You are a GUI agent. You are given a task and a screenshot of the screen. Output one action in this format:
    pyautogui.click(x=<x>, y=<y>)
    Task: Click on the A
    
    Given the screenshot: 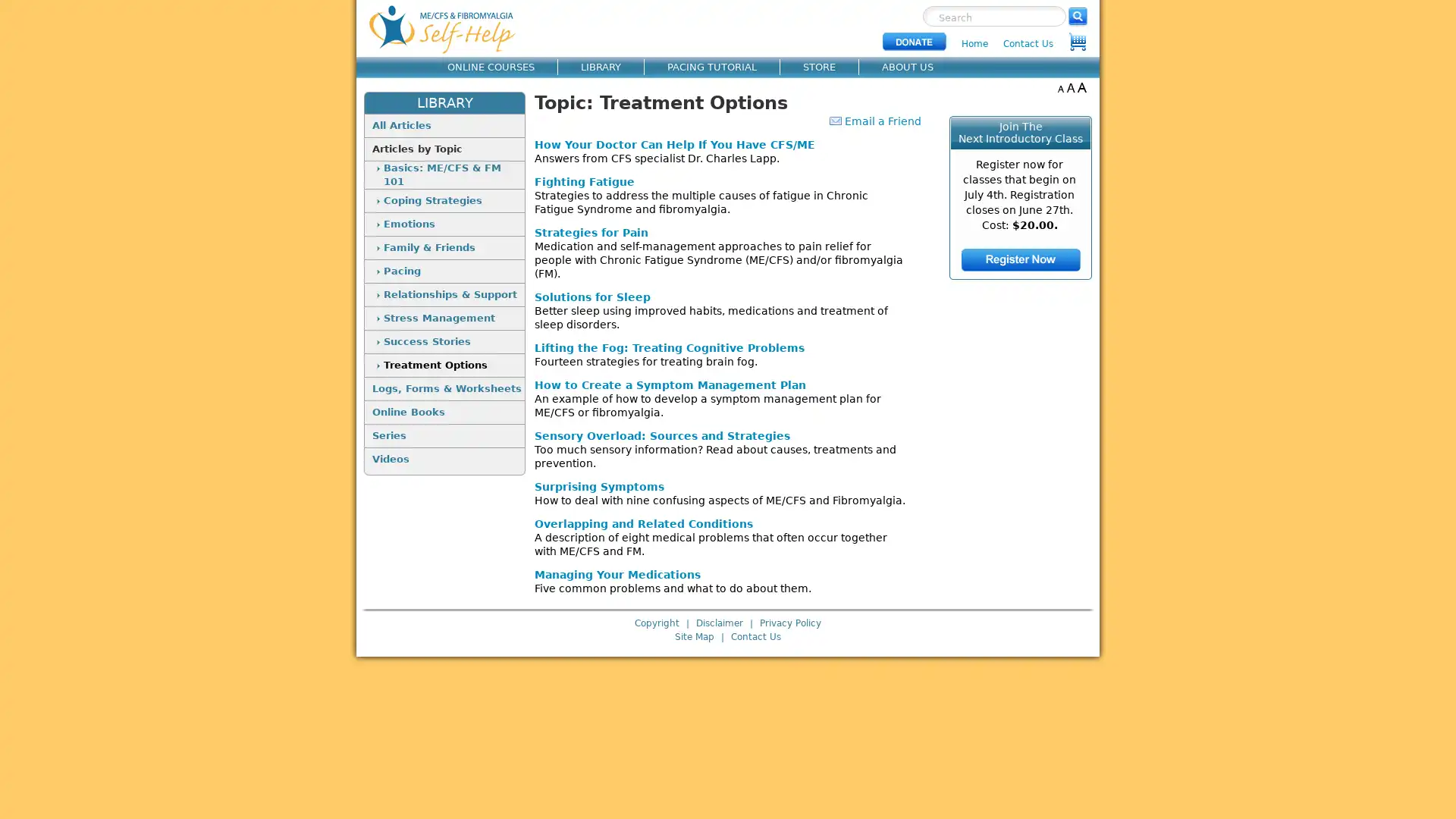 What is the action you would take?
    pyautogui.click(x=1070, y=87)
    